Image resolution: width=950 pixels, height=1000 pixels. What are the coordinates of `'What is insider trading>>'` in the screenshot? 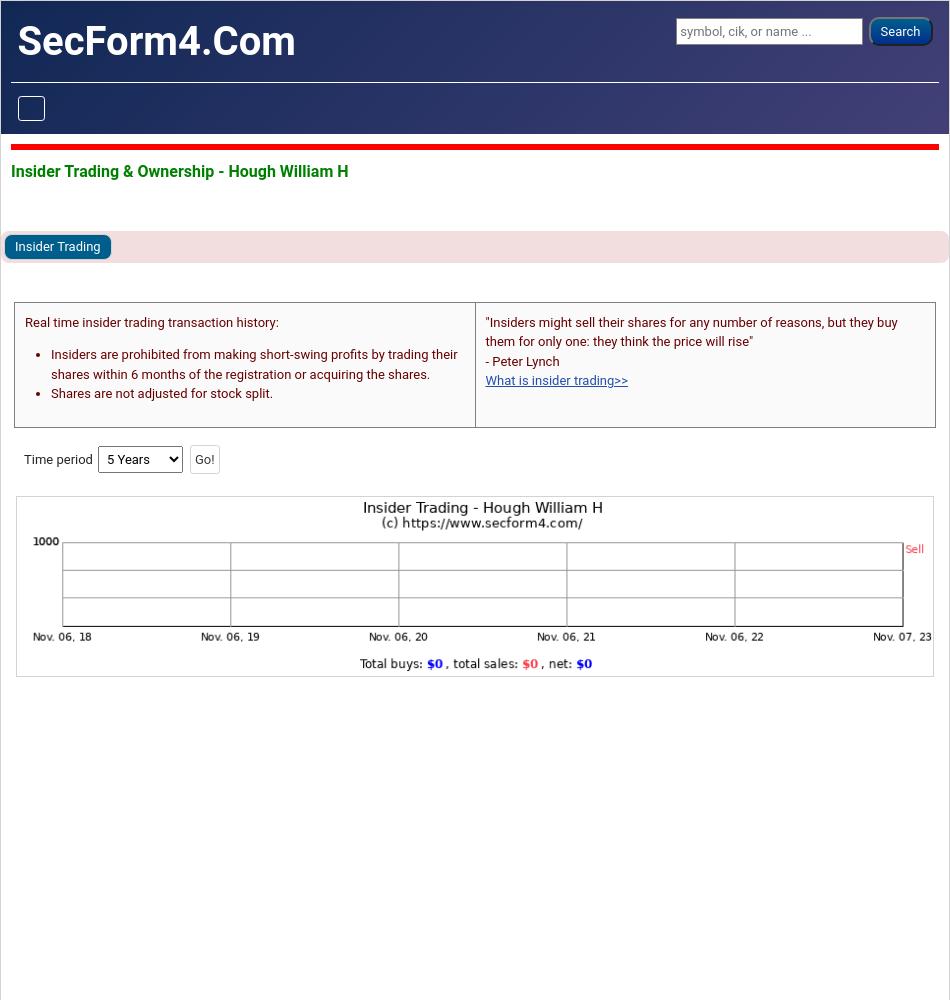 It's located at (556, 380).